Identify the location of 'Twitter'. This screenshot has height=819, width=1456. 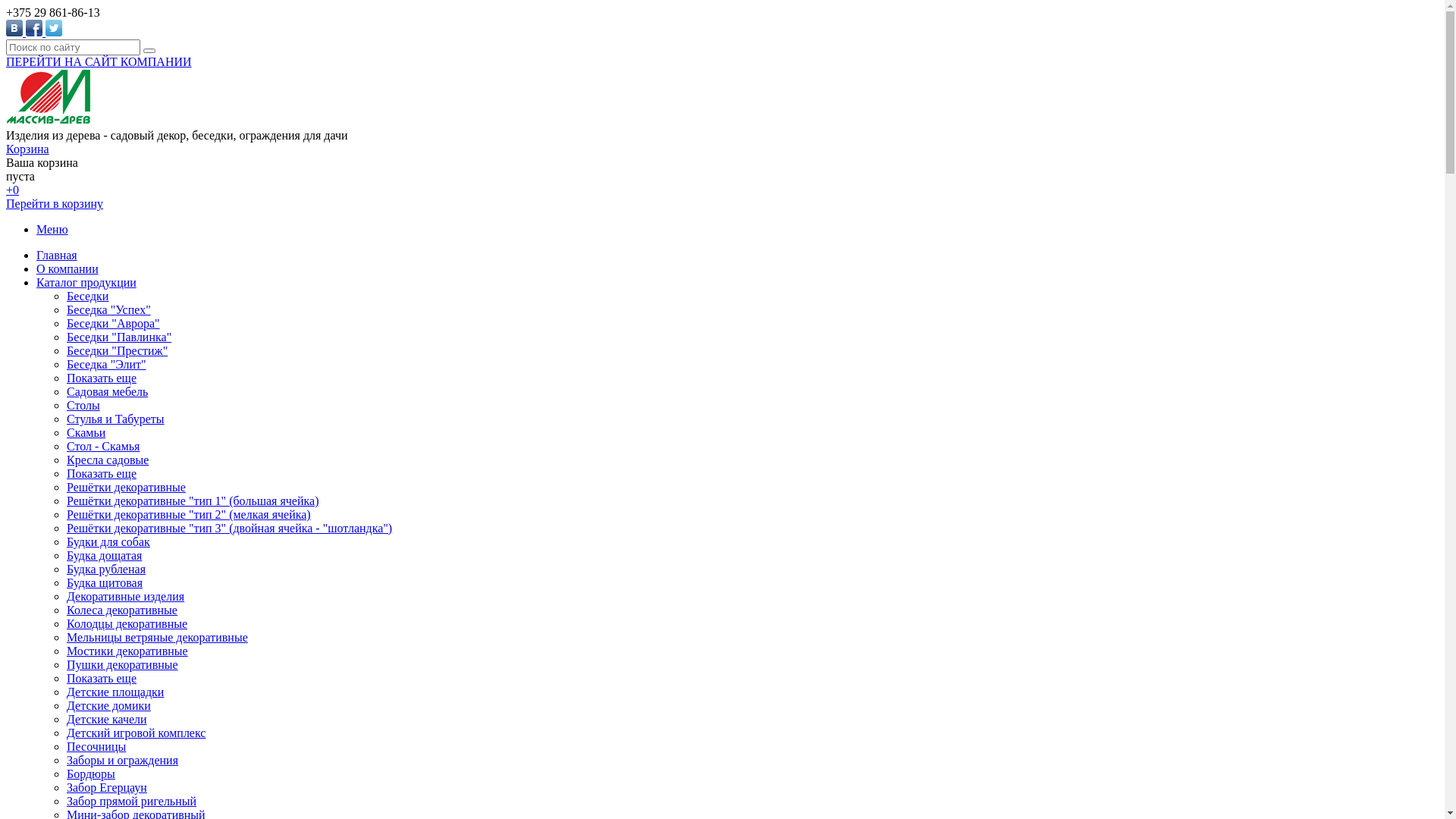
(54, 28).